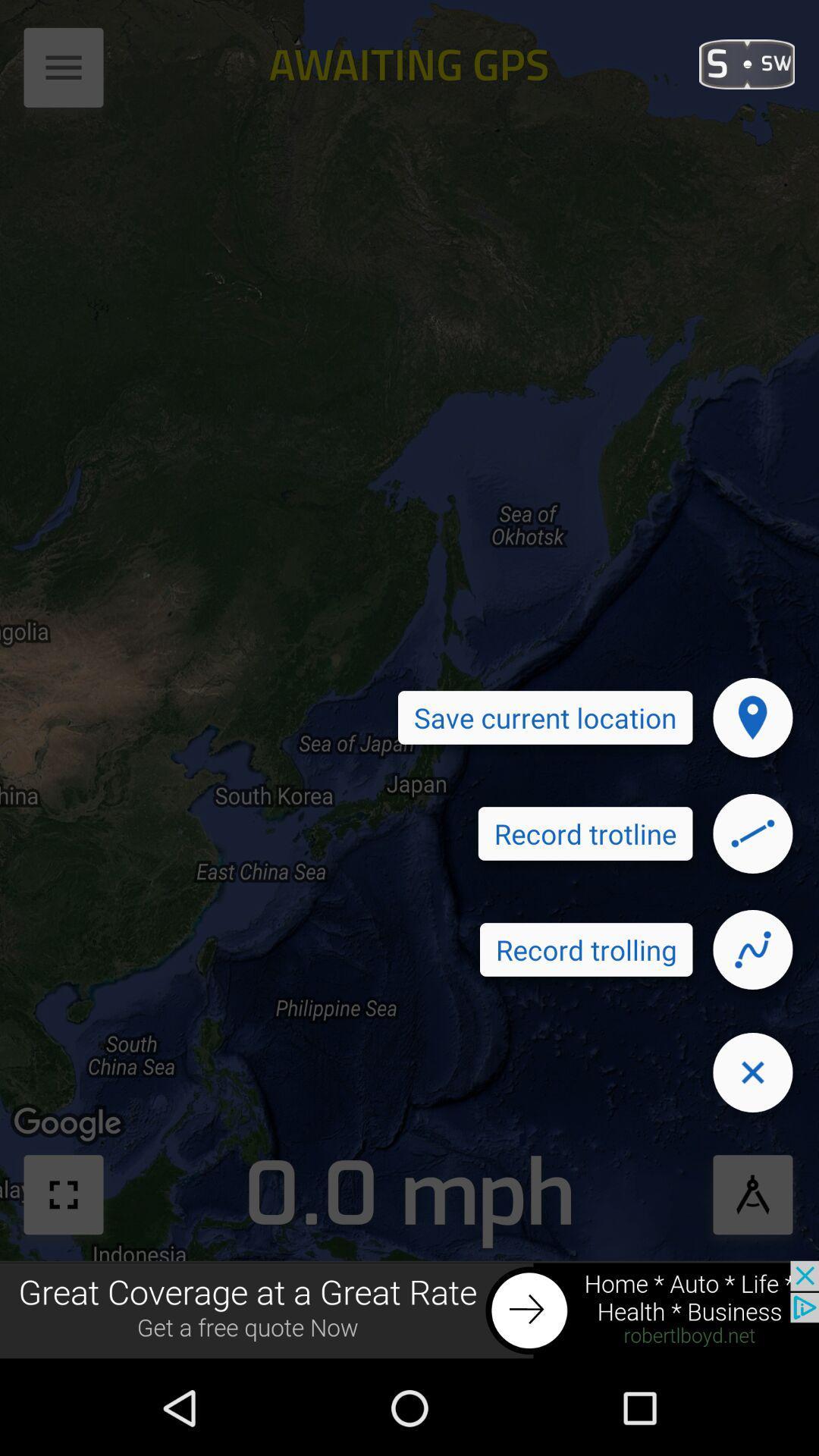 This screenshot has width=819, height=1456. I want to click on the fullscreen icon, so click(64, 1199).